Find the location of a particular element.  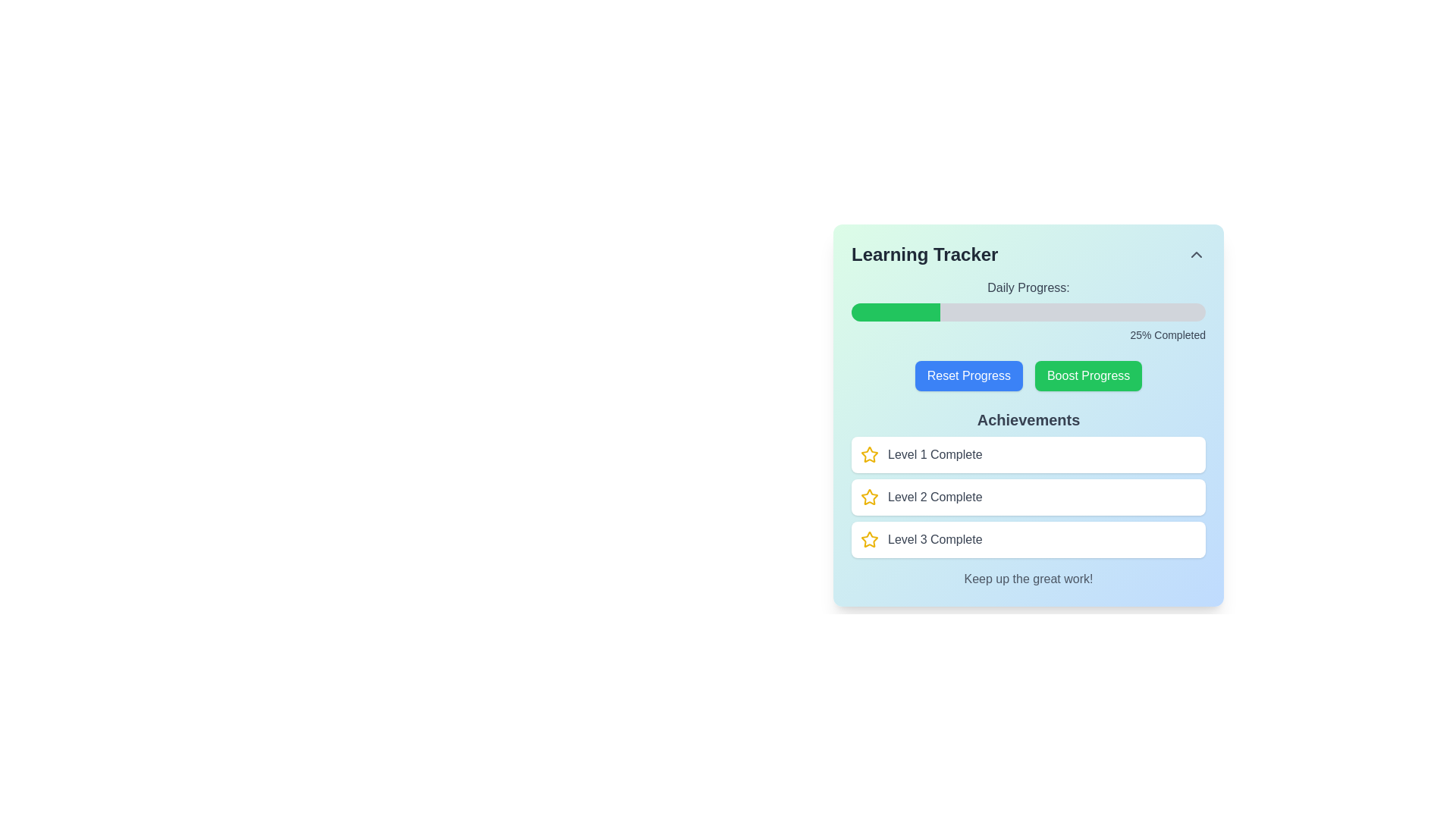

the leftmost segment of the progress bar, which indicates 20% completion towards the daily goal is located at coordinates (886, 312).